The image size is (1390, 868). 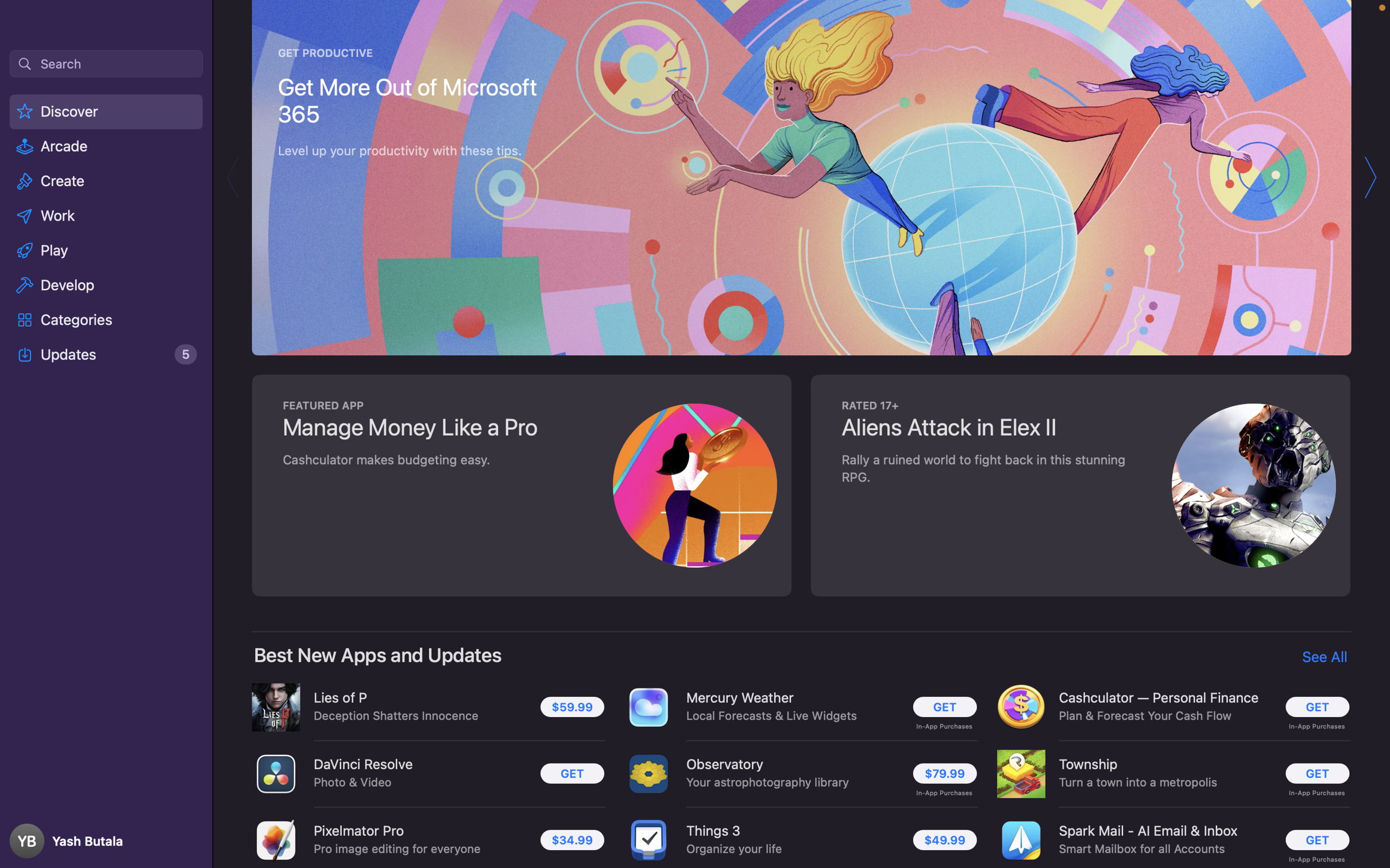 What do you see at coordinates (106, 354) in the screenshot?
I see `the "Updates" page` at bounding box center [106, 354].